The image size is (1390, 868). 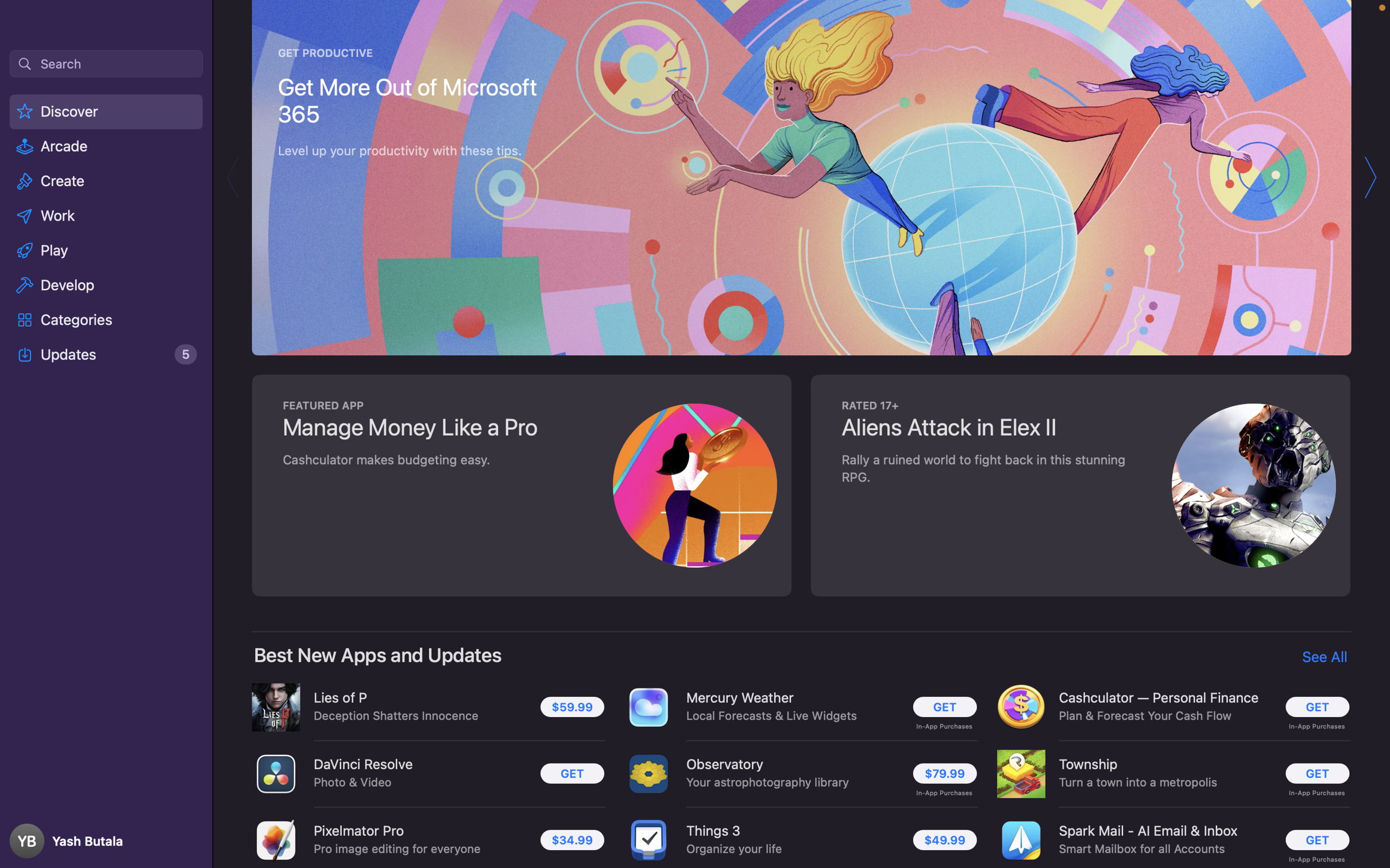 What do you see at coordinates (106, 354) in the screenshot?
I see `the "Updates" page` at bounding box center [106, 354].